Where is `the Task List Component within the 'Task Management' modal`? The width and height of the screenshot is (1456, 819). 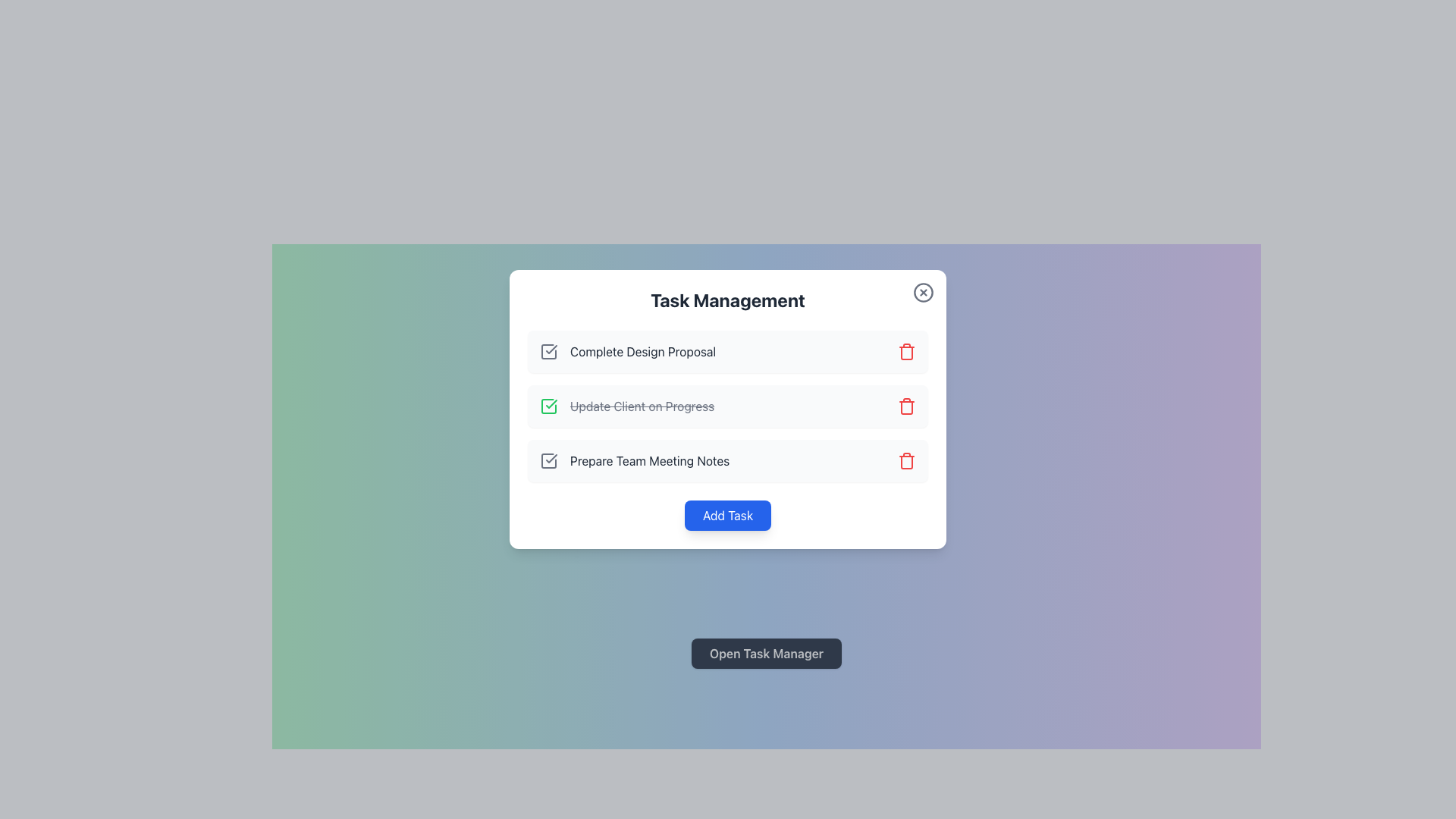
the Task List Component within the 'Task Management' modal is located at coordinates (728, 406).